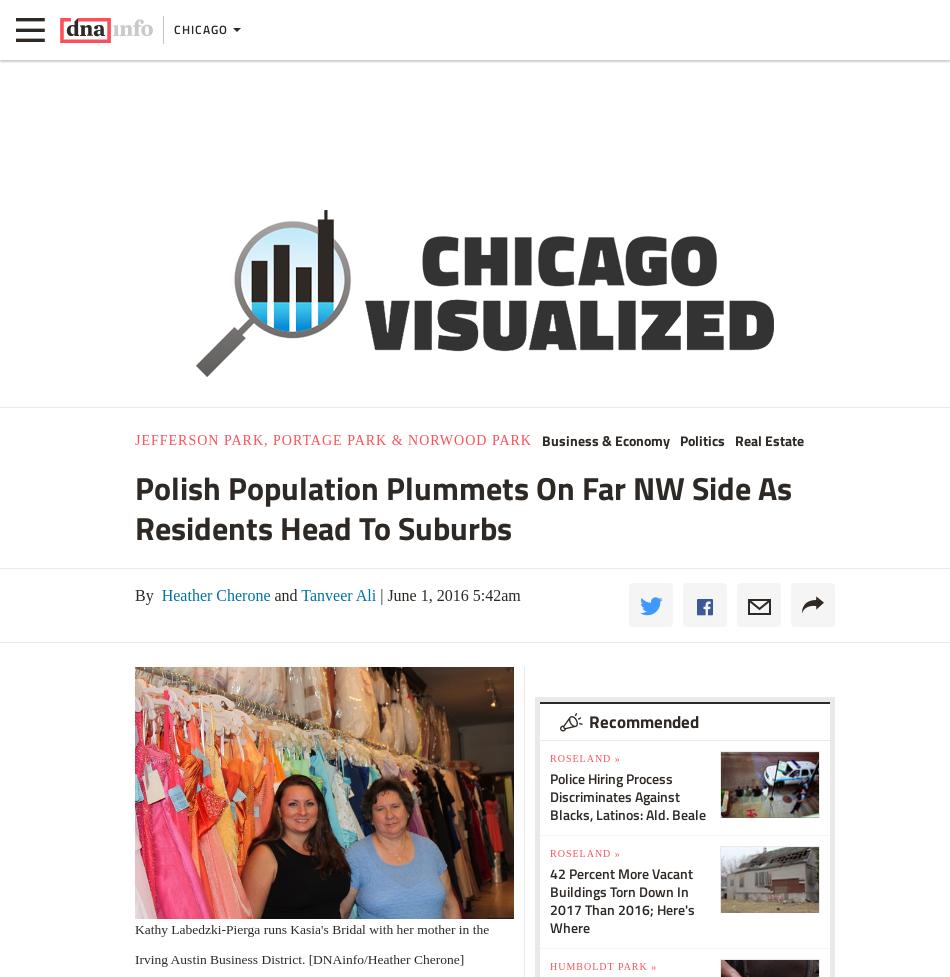 The width and height of the screenshot is (950, 977). Describe the element at coordinates (382, 593) in the screenshot. I see `'June 1, 2016 5:42am'` at that location.